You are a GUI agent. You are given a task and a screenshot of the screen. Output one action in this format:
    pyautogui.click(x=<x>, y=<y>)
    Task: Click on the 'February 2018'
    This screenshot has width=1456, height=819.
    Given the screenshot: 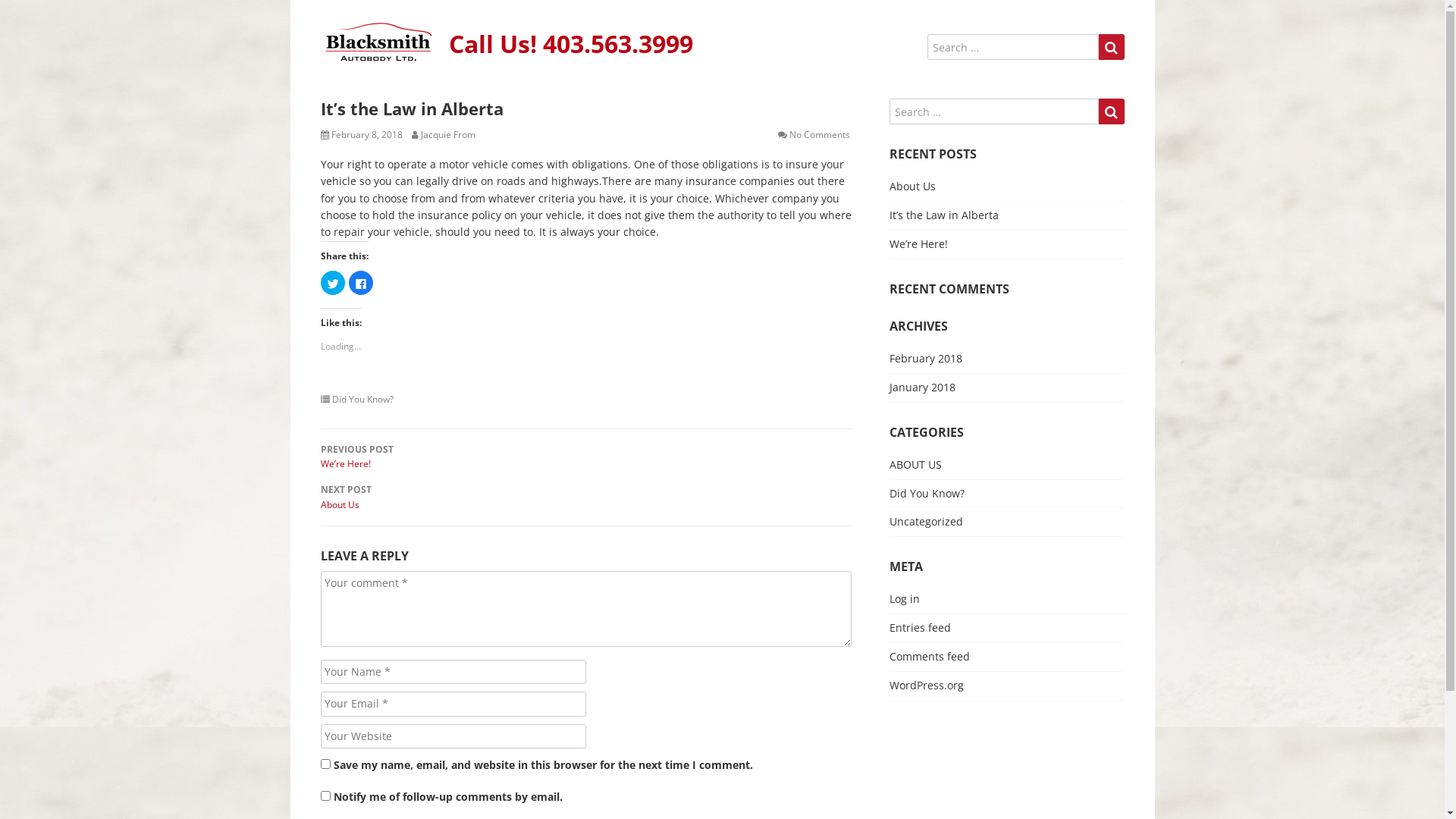 What is the action you would take?
    pyautogui.click(x=924, y=358)
    